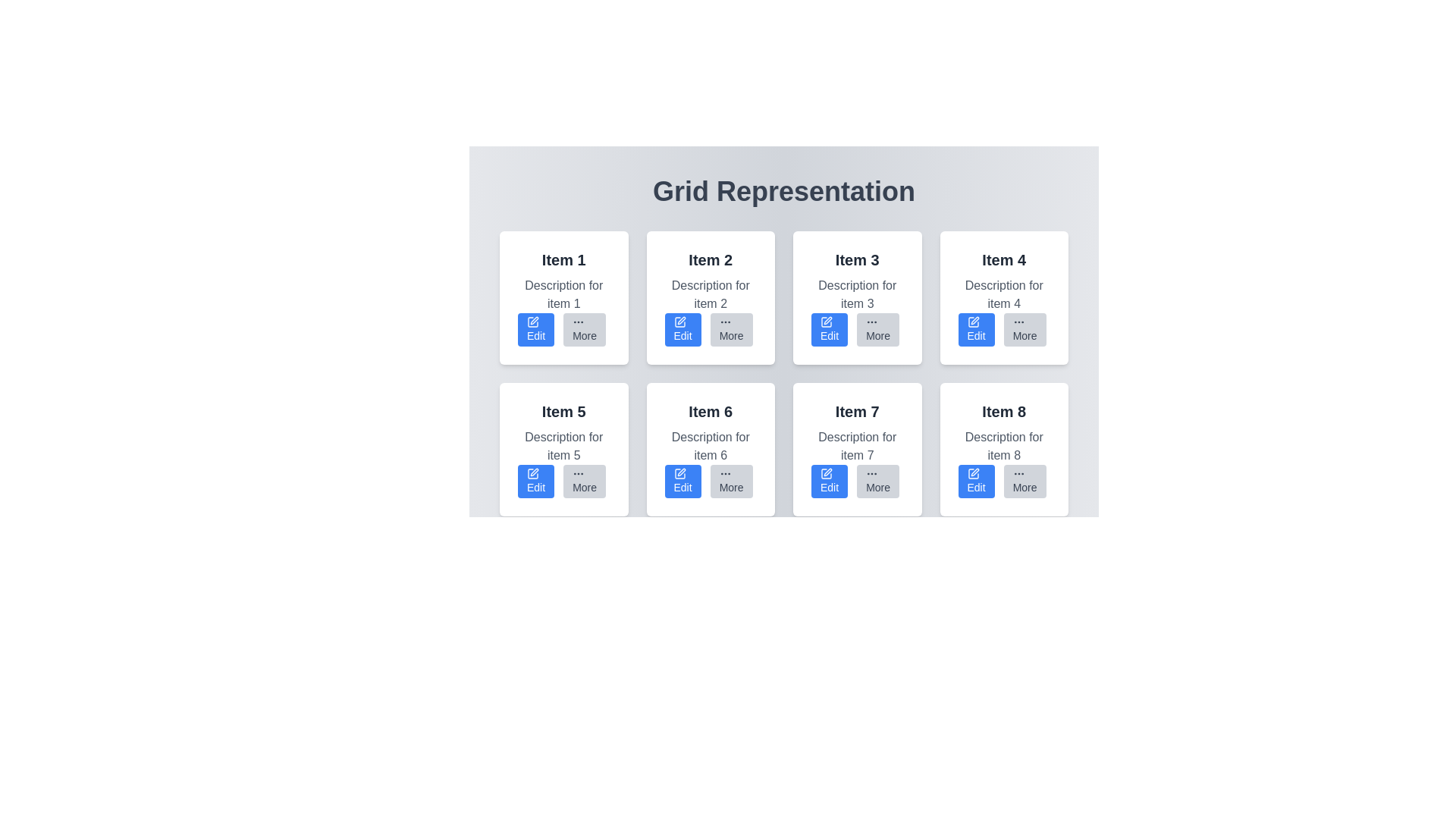  I want to click on the 'Edit' button with a blue background and a pencil icon to initiate editing, so click(682, 329).